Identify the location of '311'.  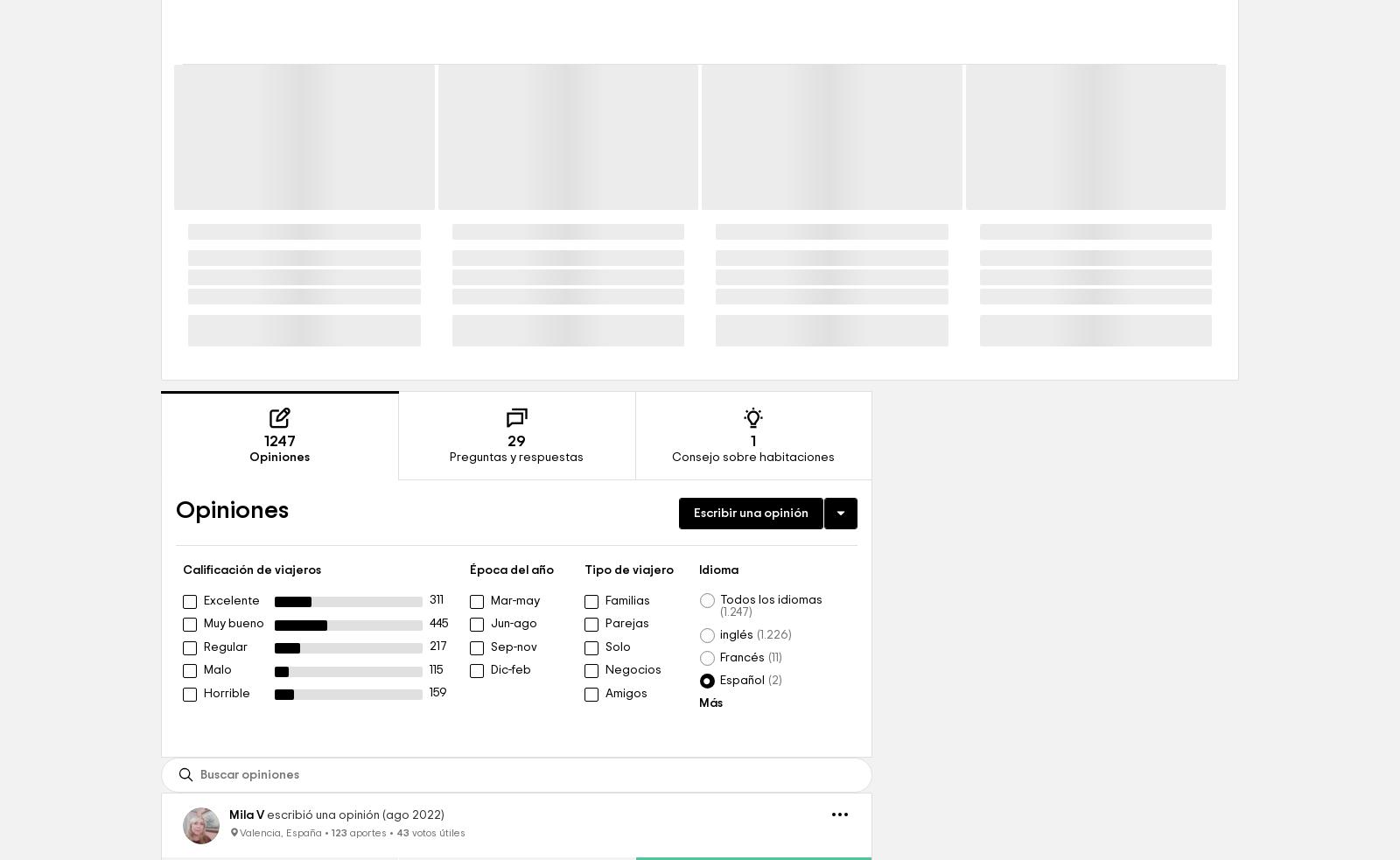
(436, 722).